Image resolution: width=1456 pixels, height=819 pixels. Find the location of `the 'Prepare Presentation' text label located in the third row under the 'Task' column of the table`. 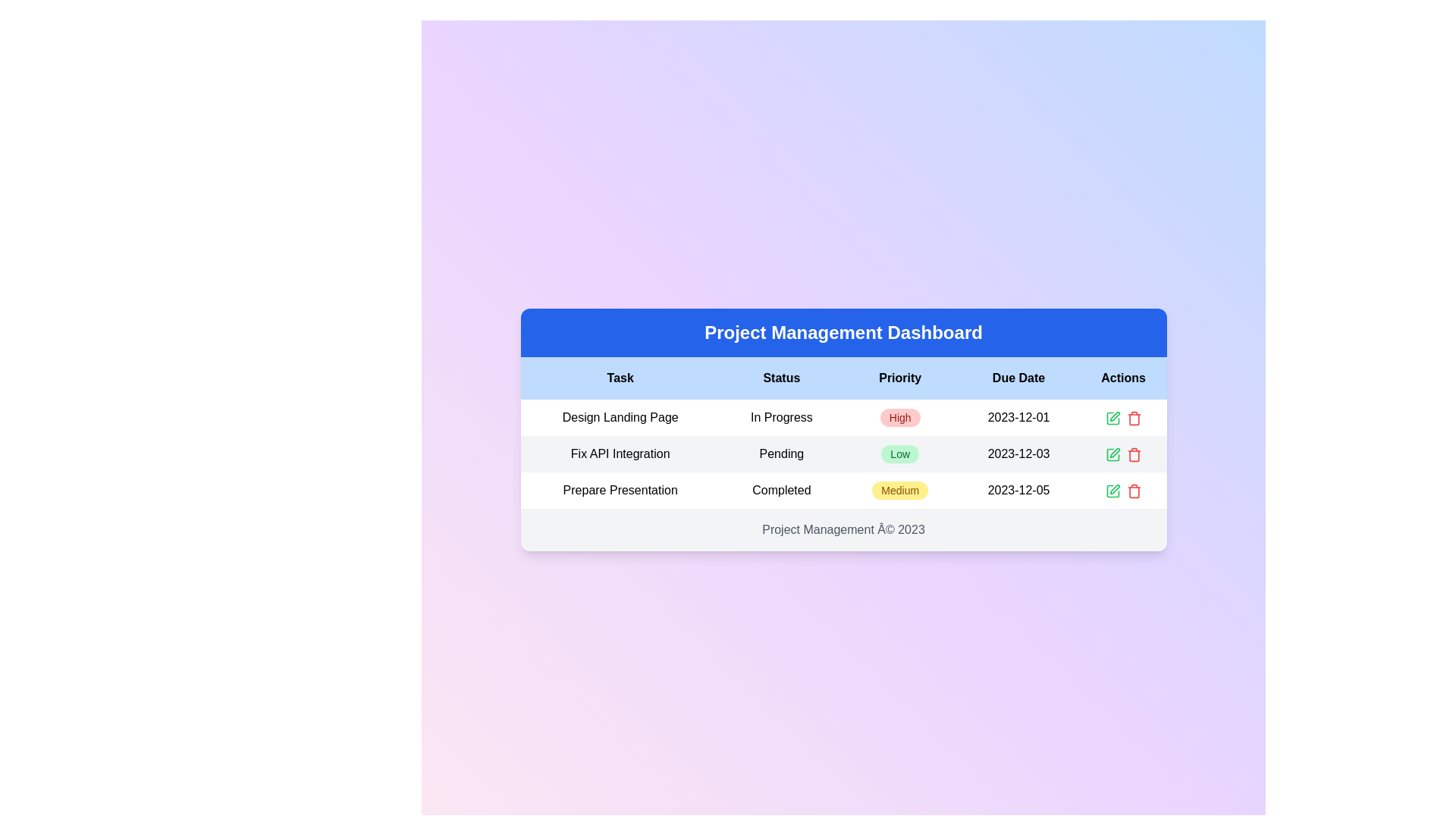

the 'Prepare Presentation' text label located in the third row under the 'Task' column of the table is located at coordinates (620, 491).